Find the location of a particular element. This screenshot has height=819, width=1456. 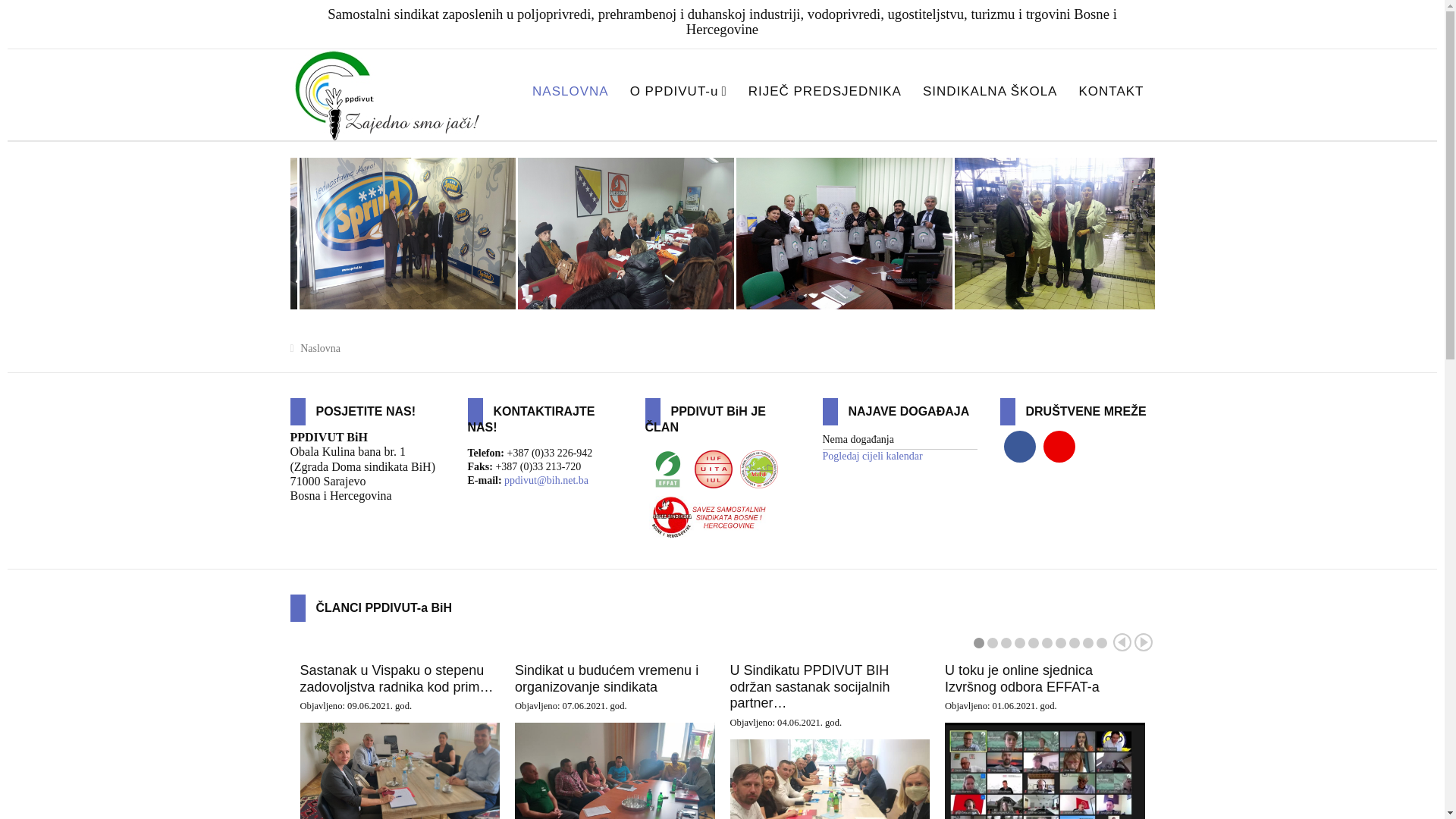

'7' is located at coordinates (1059, 643).